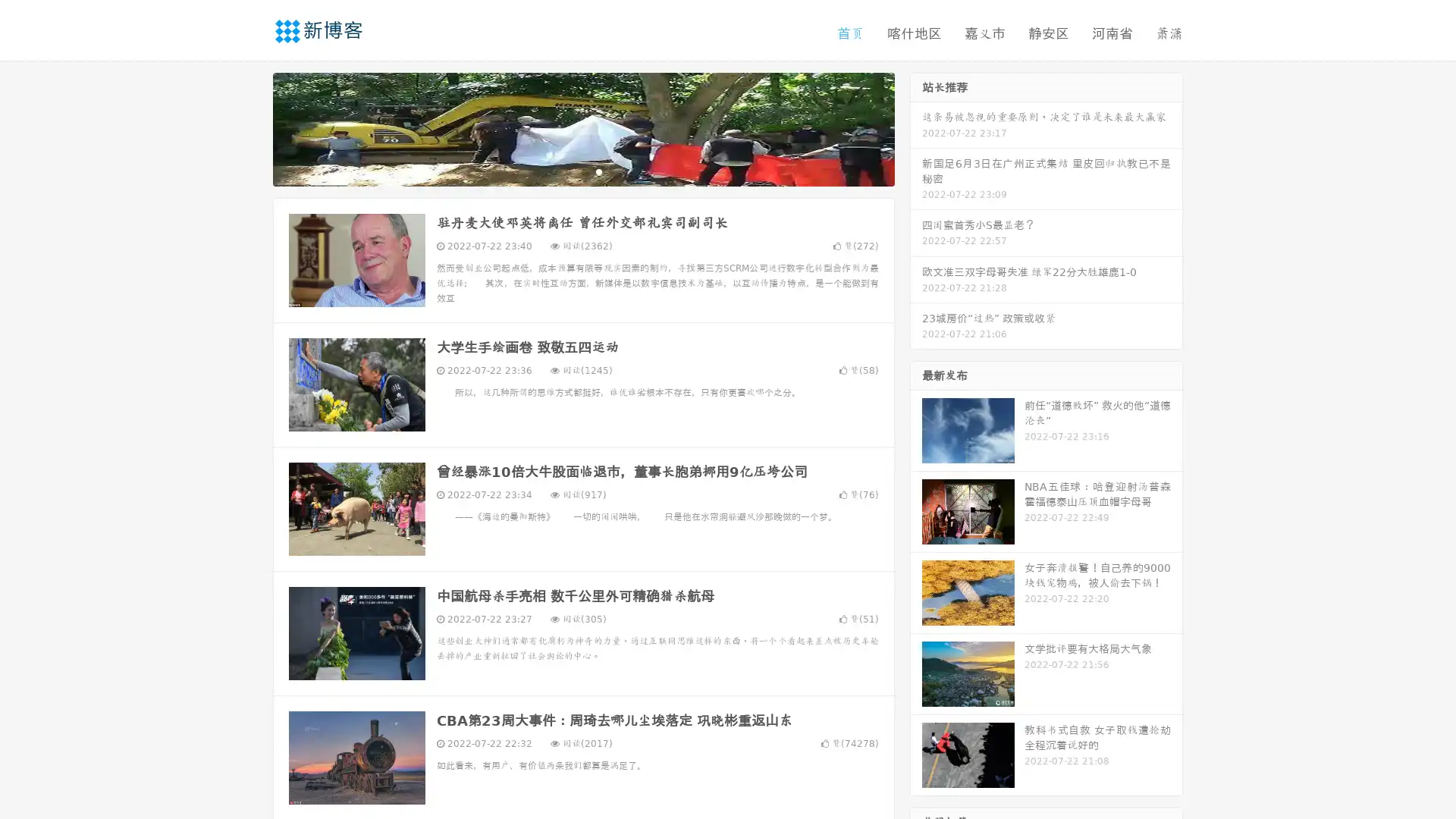 This screenshot has width=1456, height=819. What do you see at coordinates (598, 171) in the screenshot?
I see `Go to slide 3` at bounding box center [598, 171].